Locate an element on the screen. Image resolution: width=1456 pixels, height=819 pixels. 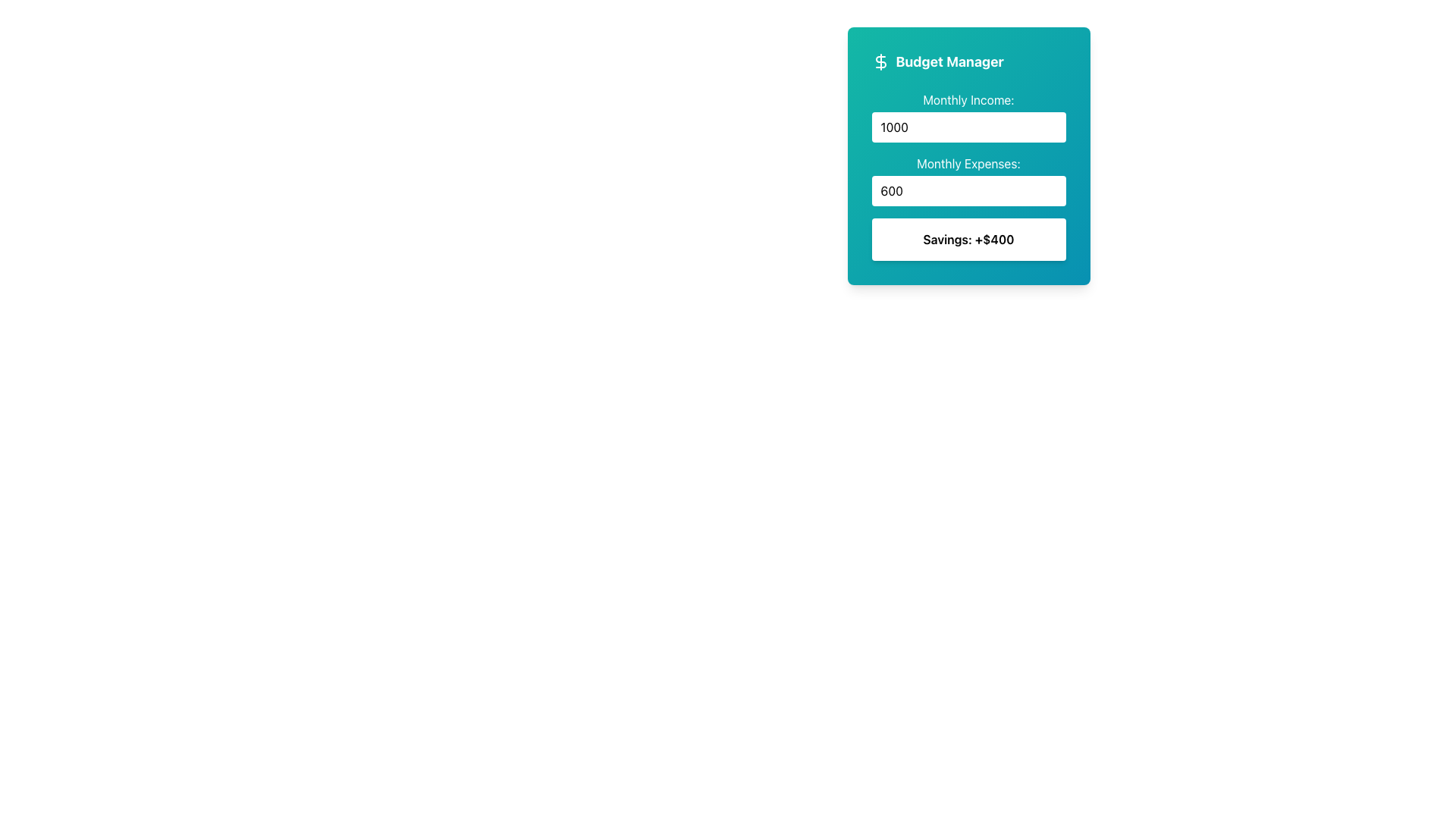
the financial management icon located on the left side of the 'Budget Manager' header is located at coordinates (880, 61).